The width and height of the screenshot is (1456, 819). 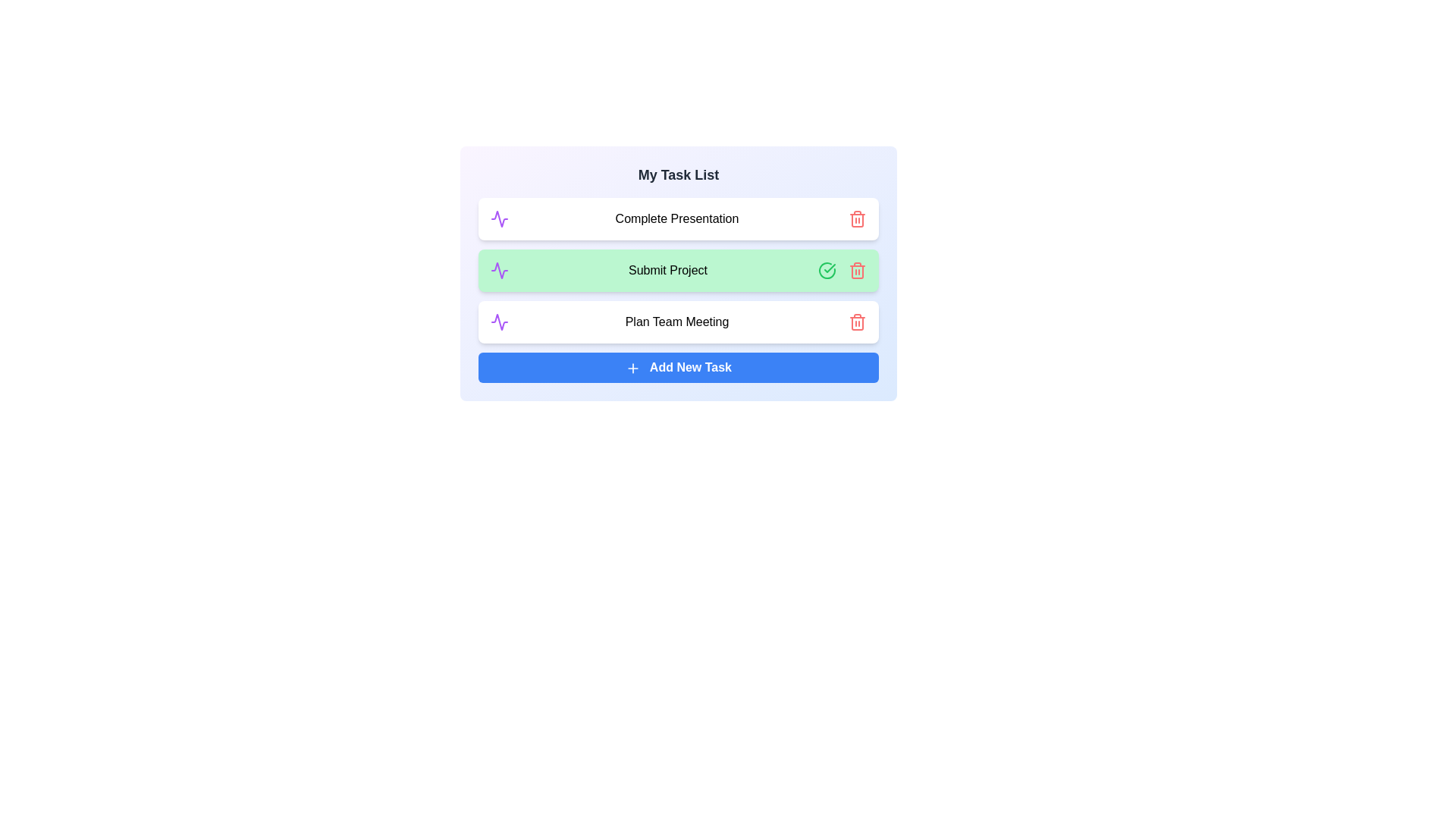 What do you see at coordinates (858, 321) in the screenshot?
I see `the trash icon next to the task named Plan Team Meeting to delete it` at bounding box center [858, 321].